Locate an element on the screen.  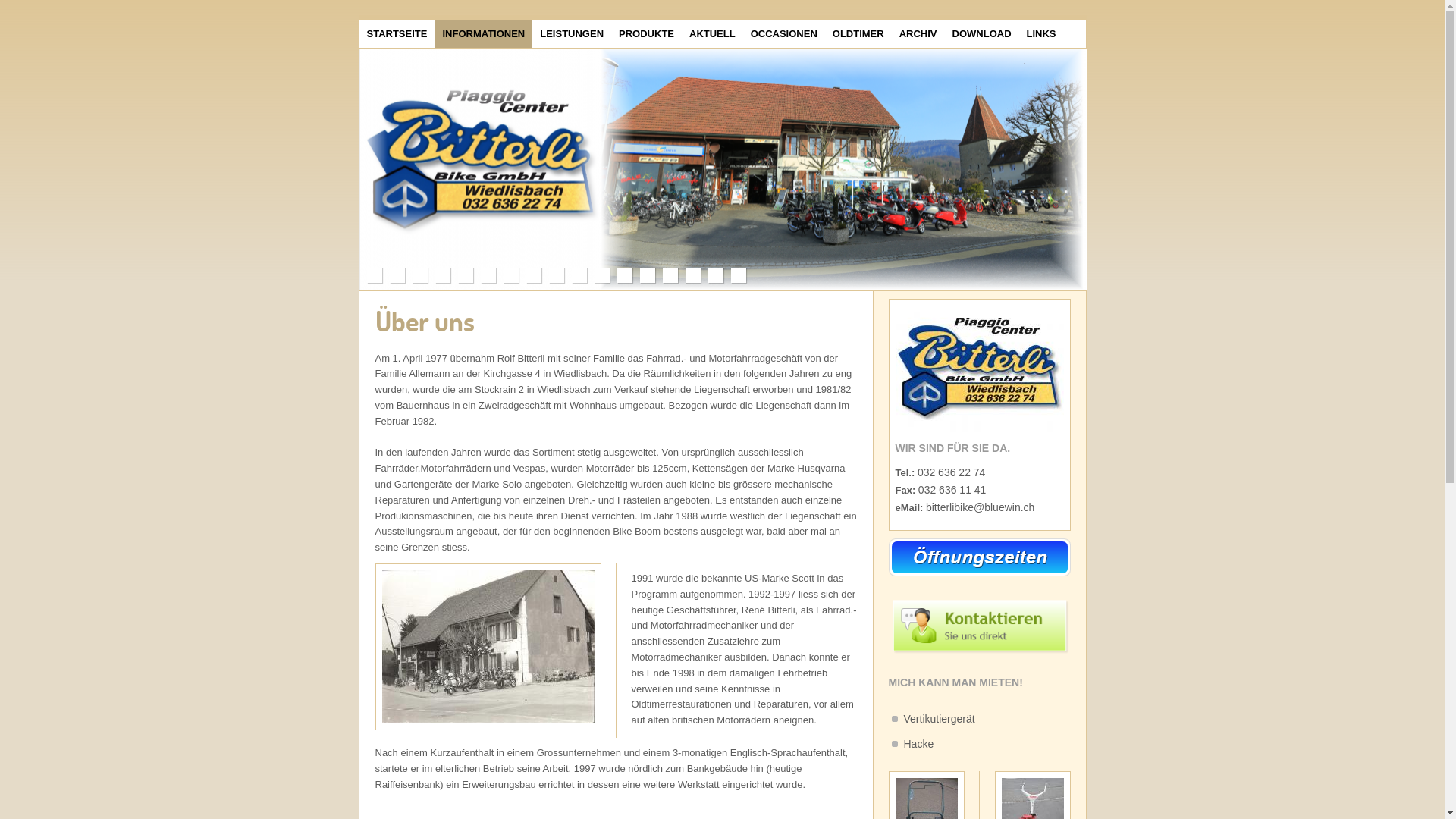
'LEISTUNGEN' is located at coordinates (532, 33).